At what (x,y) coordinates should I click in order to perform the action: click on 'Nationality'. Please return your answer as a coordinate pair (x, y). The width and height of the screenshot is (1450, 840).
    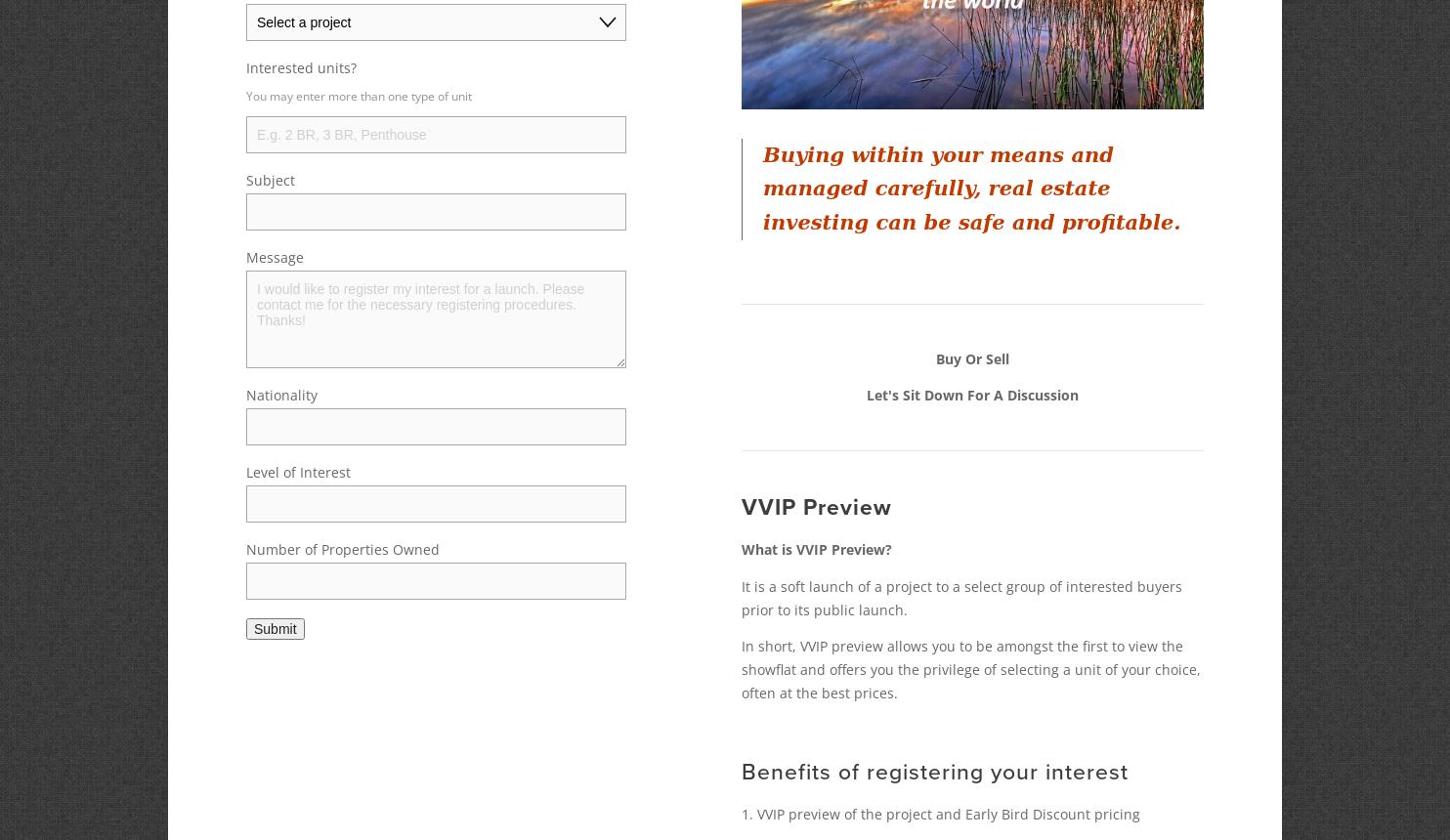
    Looking at the image, I should click on (281, 394).